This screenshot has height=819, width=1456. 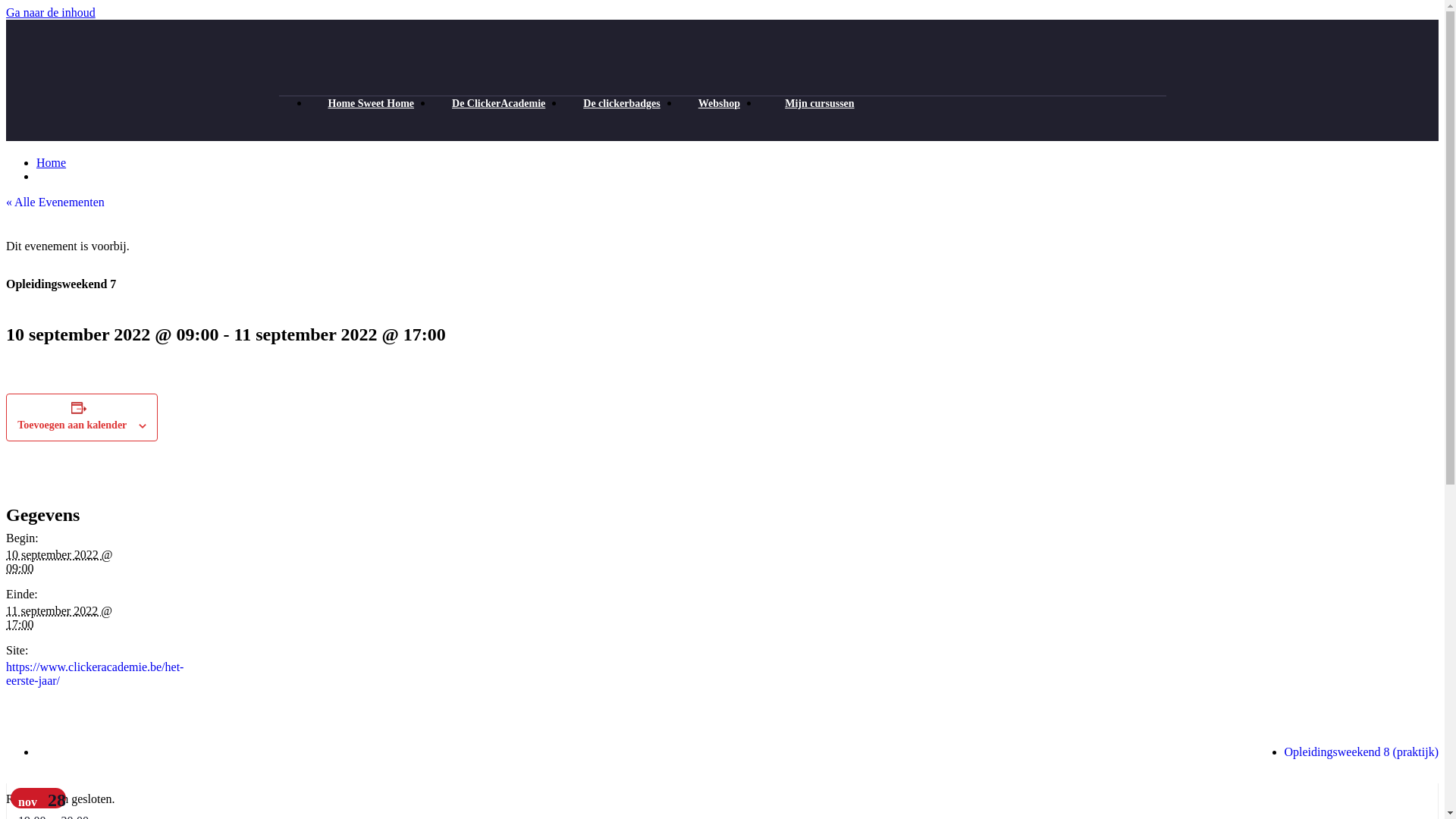 What do you see at coordinates (621, 102) in the screenshot?
I see `'De clickerbadges'` at bounding box center [621, 102].